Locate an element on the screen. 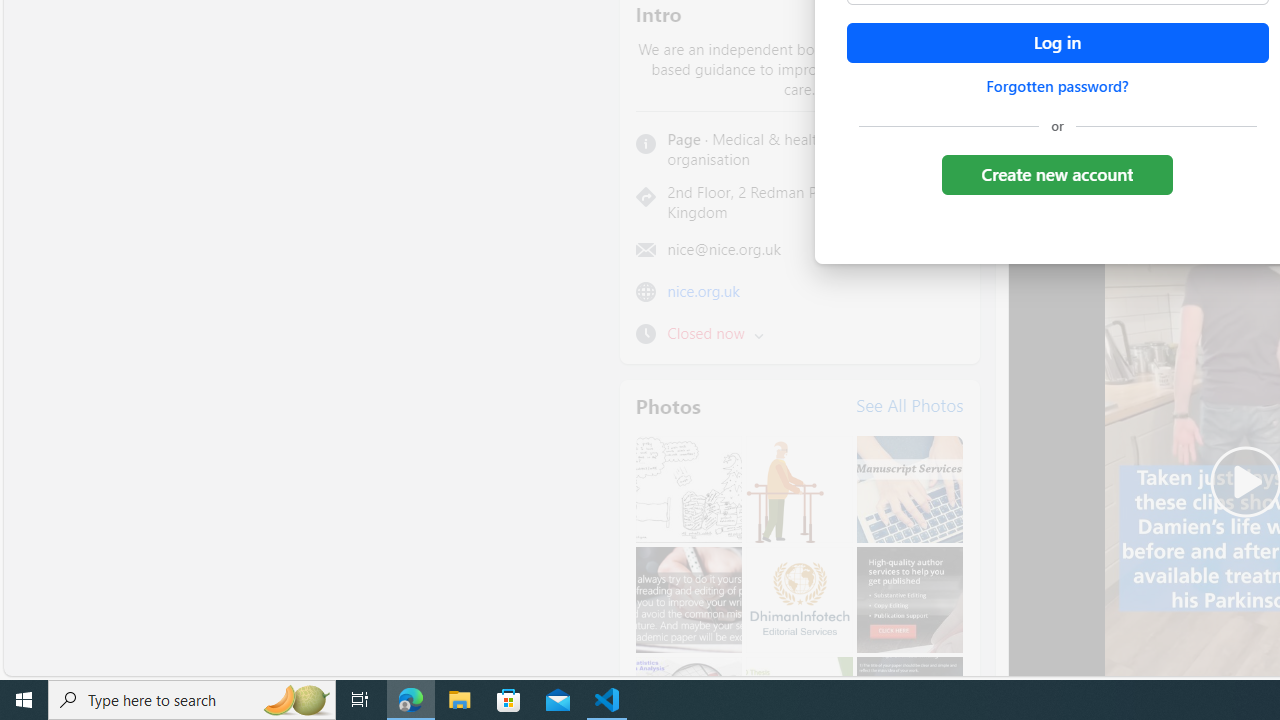 This screenshot has height=720, width=1280. 'Create new account' is located at coordinates (1056, 173).